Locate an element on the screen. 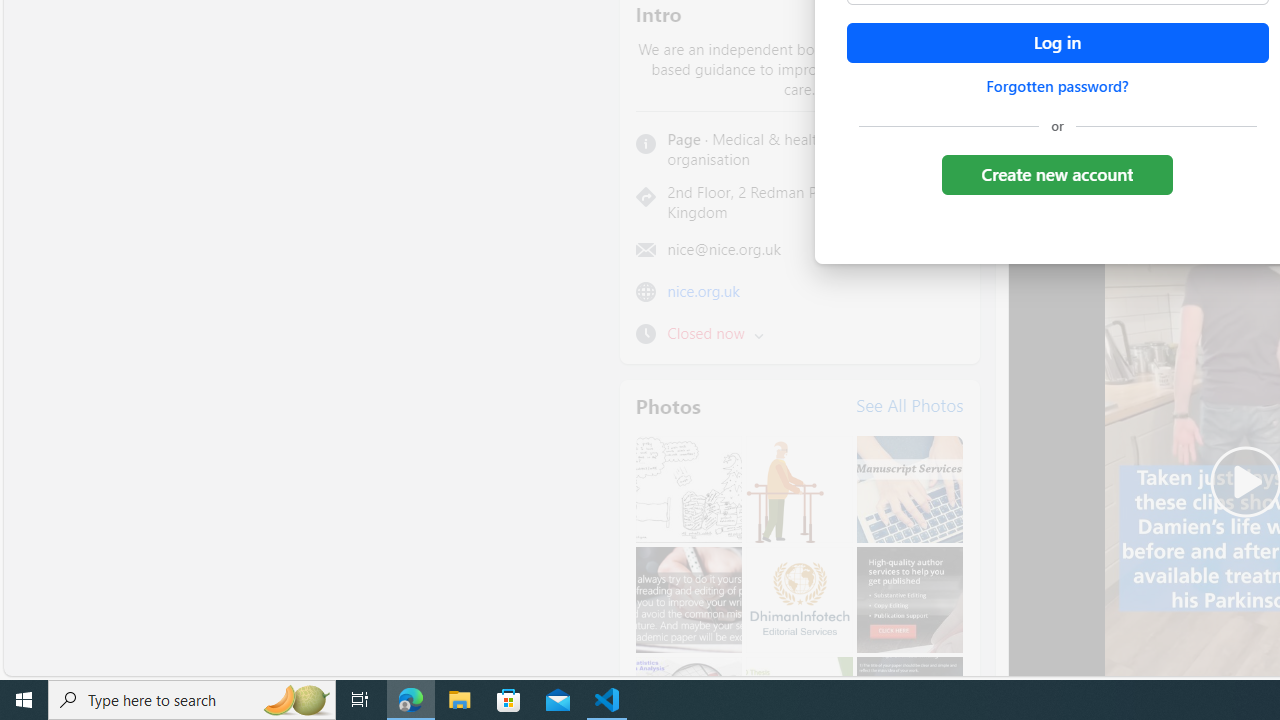 This screenshot has height=720, width=1280. 'Create new account' is located at coordinates (1056, 173).